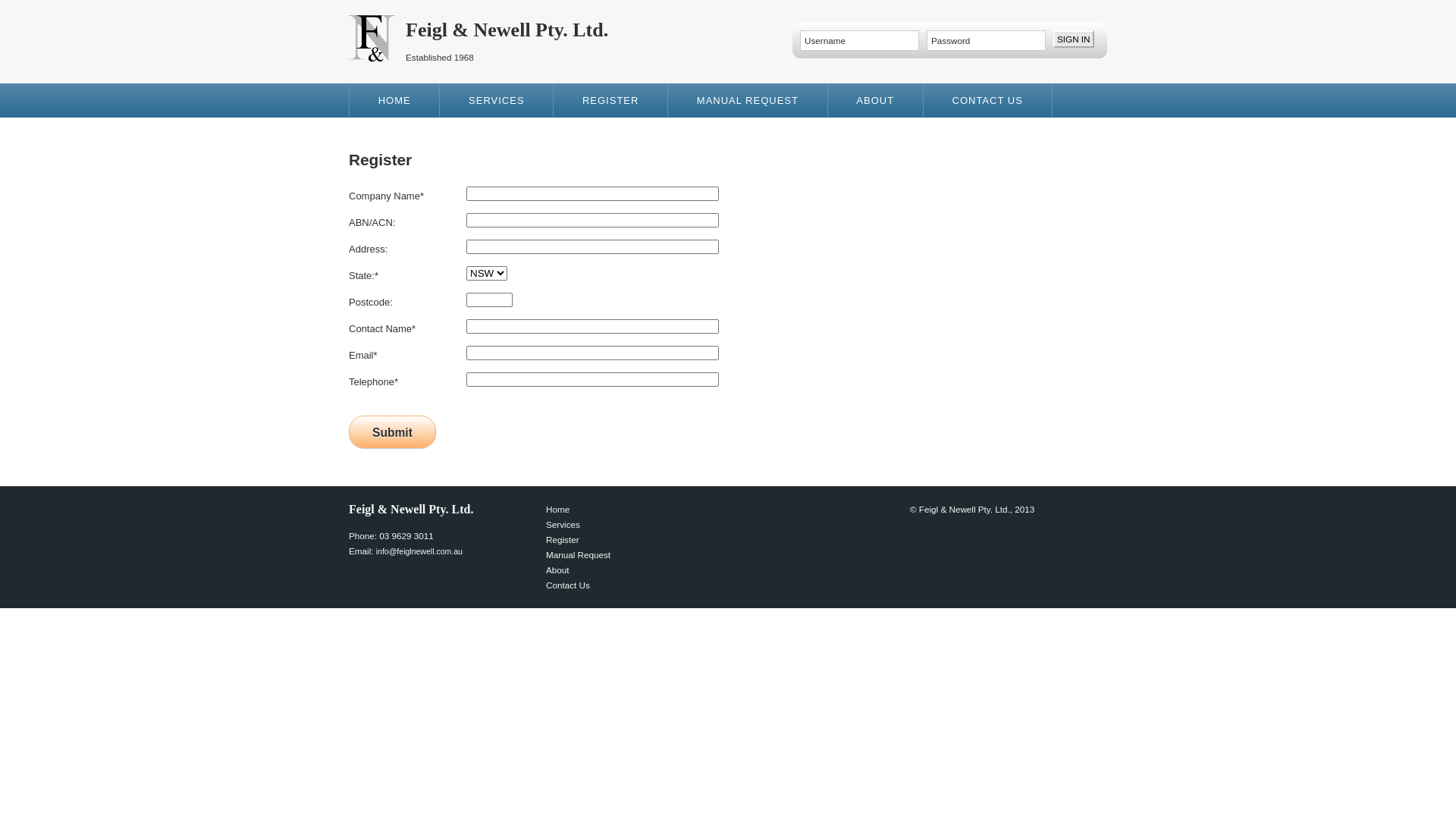  What do you see at coordinates (566, 584) in the screenshot?
I see `'Contact Us'` at bounding box center [566, 584].